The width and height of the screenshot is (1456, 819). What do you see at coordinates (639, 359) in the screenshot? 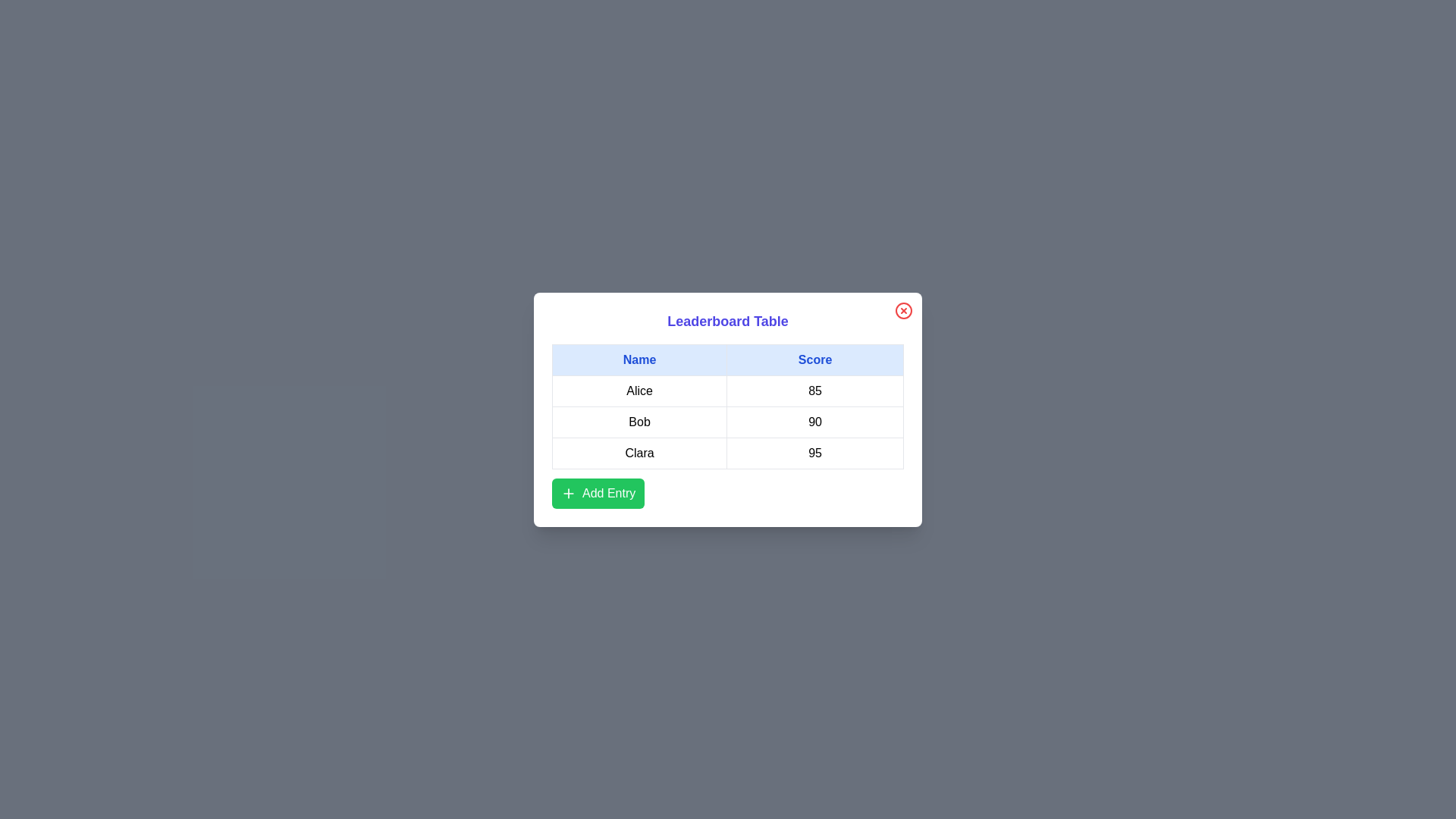
I see `the table header Name to sort the table by that column` at bounding box center [639, 359].